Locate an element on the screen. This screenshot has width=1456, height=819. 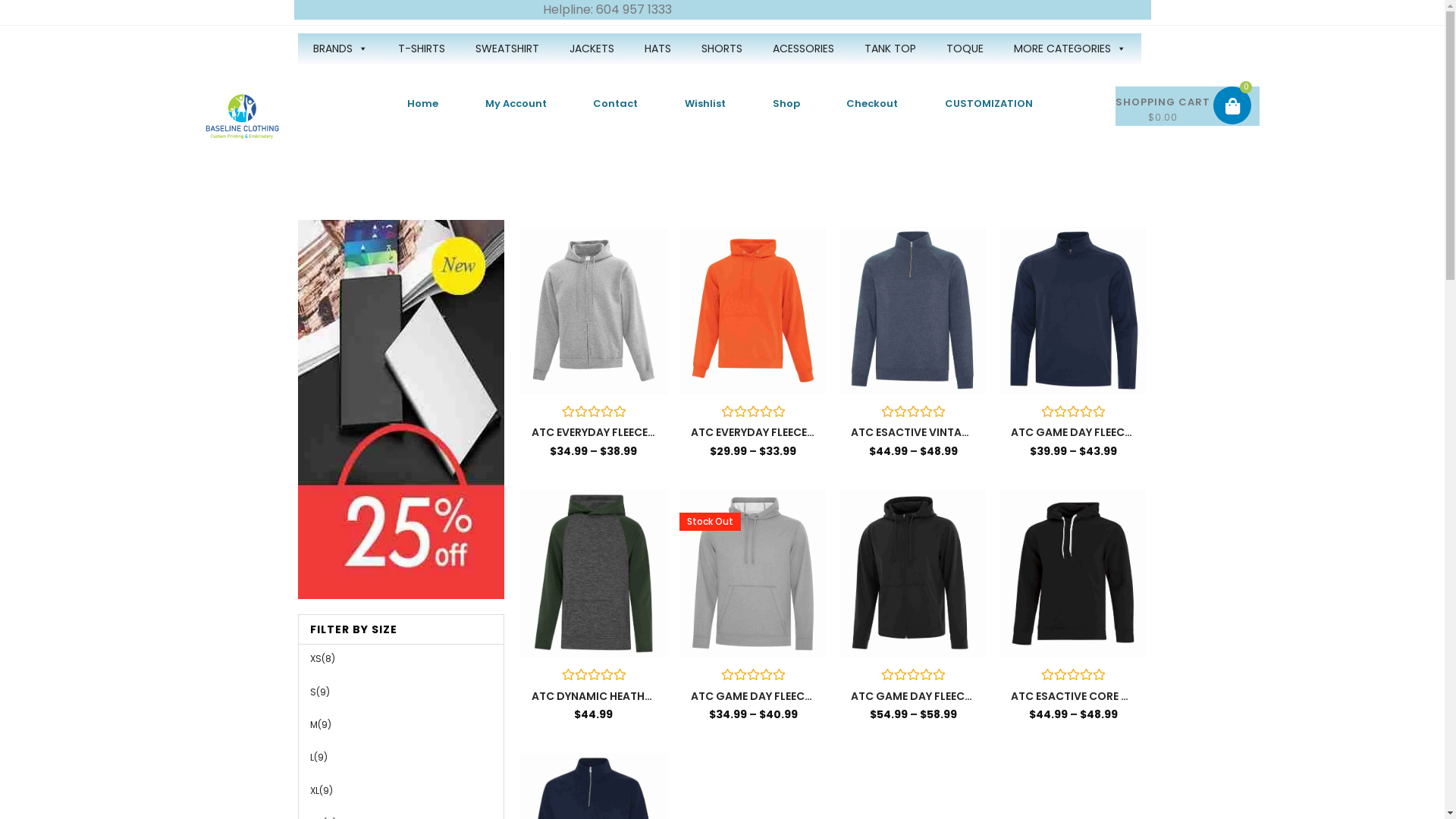
'CUSTOMIZATION' is located at coordinates (989, 103).